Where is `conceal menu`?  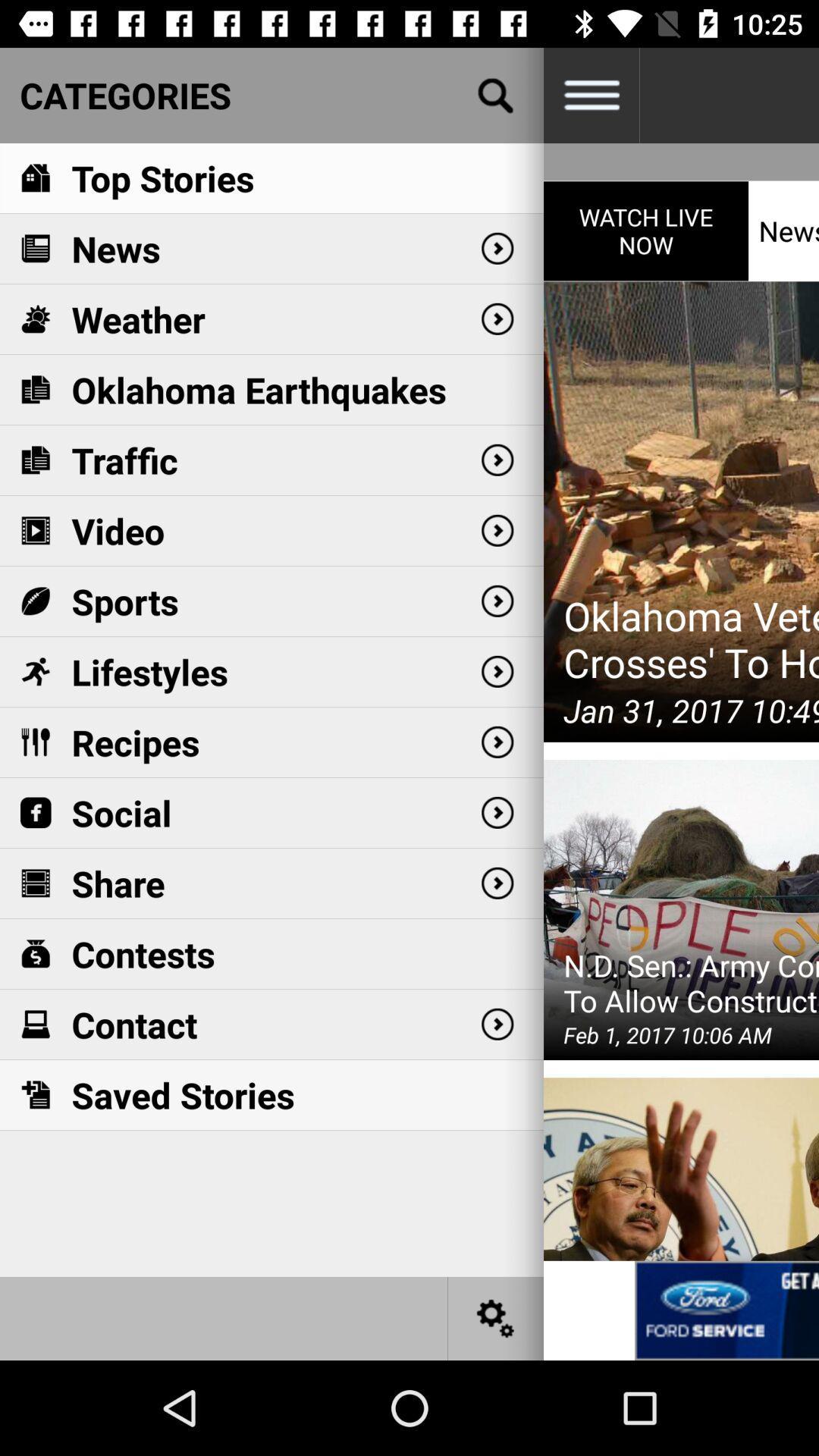
conceal menu is located at coordinates (590, 94).